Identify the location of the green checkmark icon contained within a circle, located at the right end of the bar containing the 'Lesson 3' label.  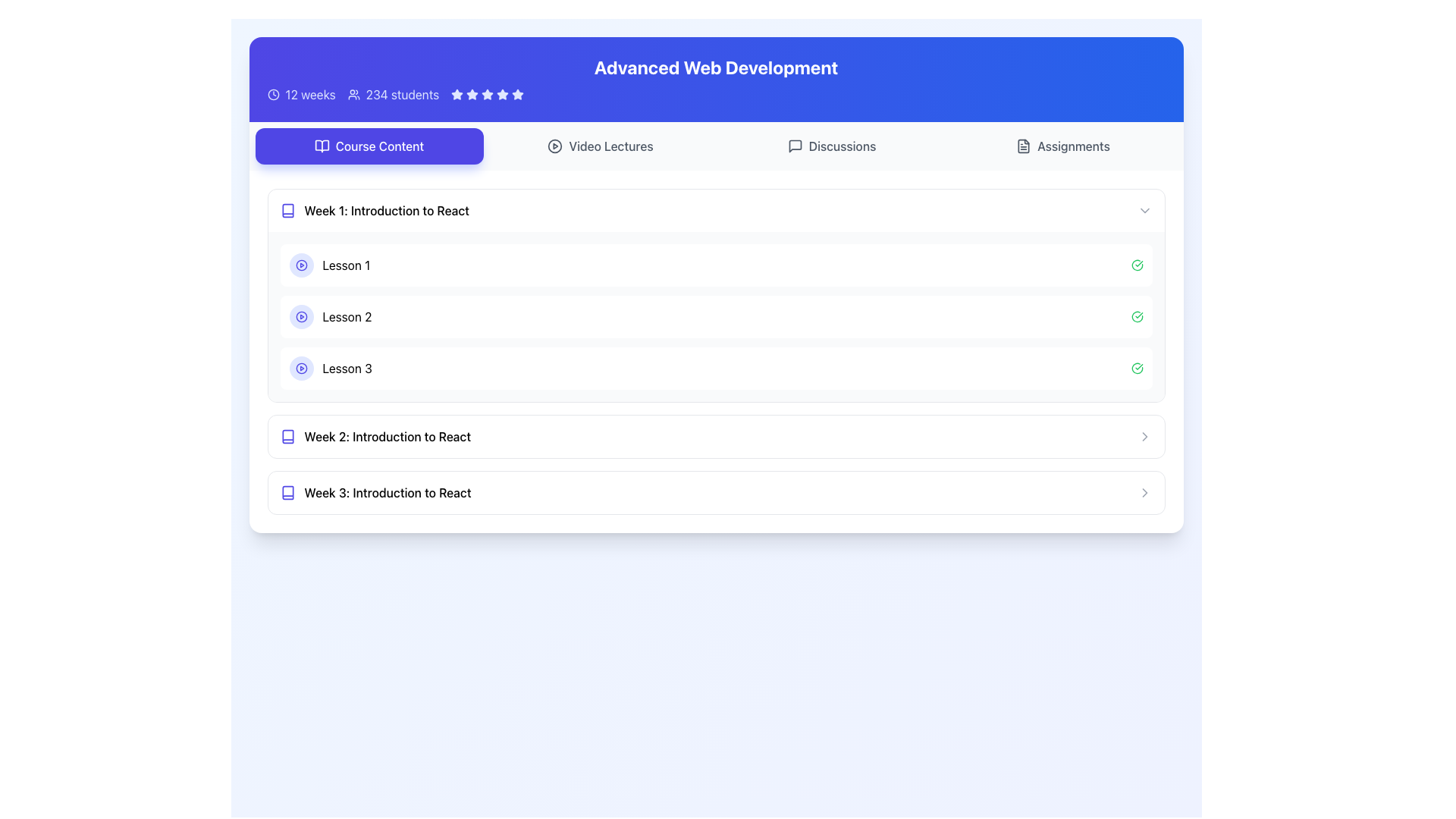
(1137, 369).